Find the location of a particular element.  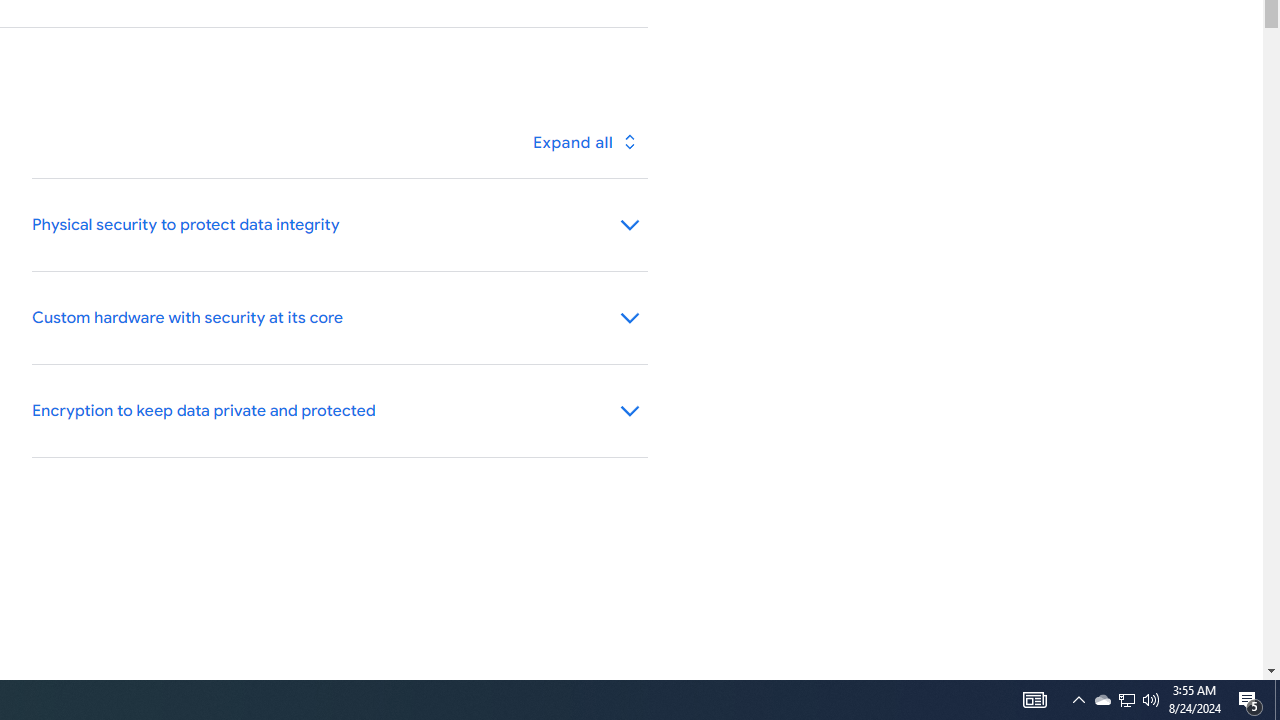

'Encryption to keep data private and protected' is located at coordinates (339, 410).